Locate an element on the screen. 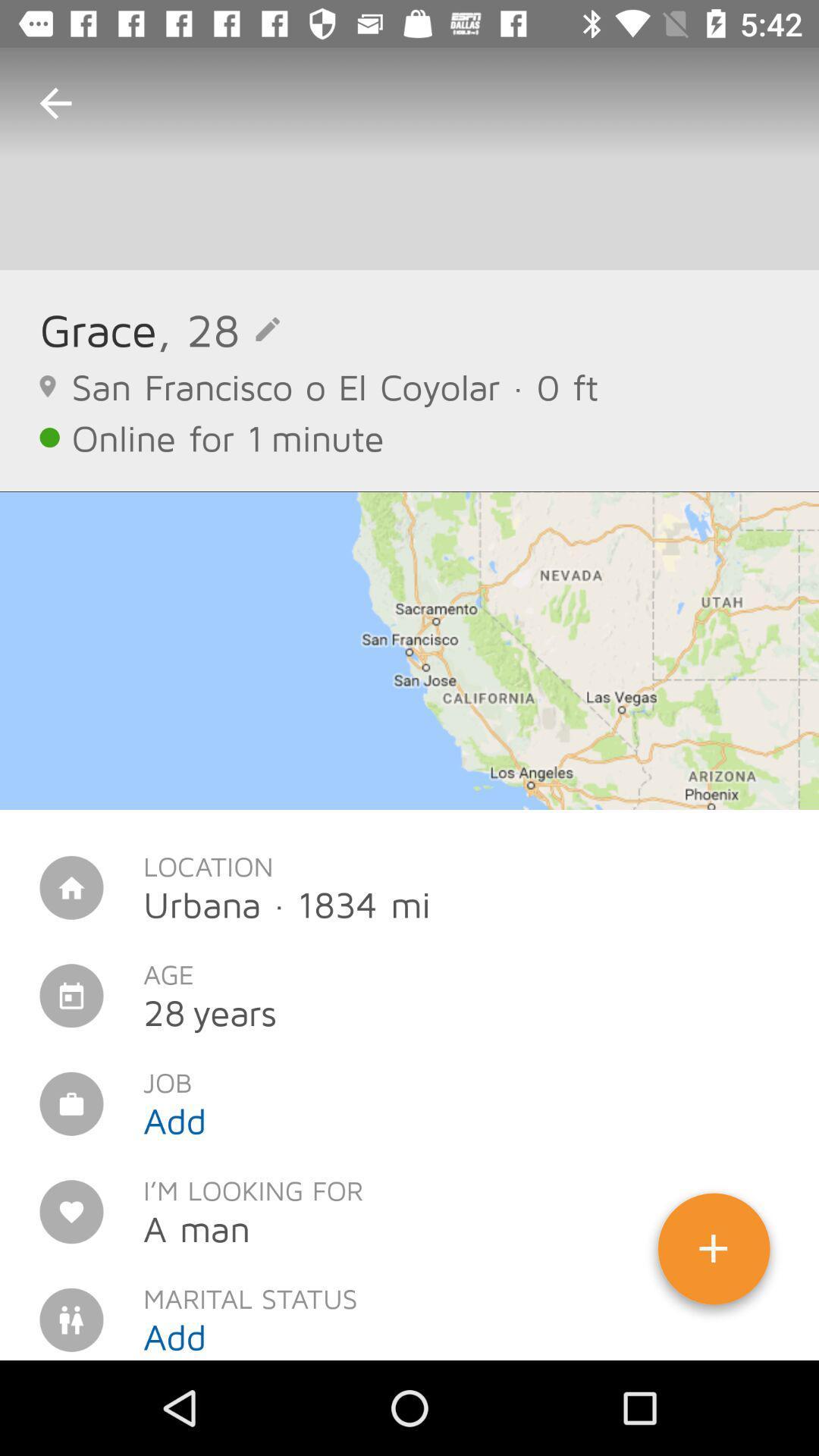 This screenshot has height=1456, width=819. the , 28 is located at coordinates (218, 328).